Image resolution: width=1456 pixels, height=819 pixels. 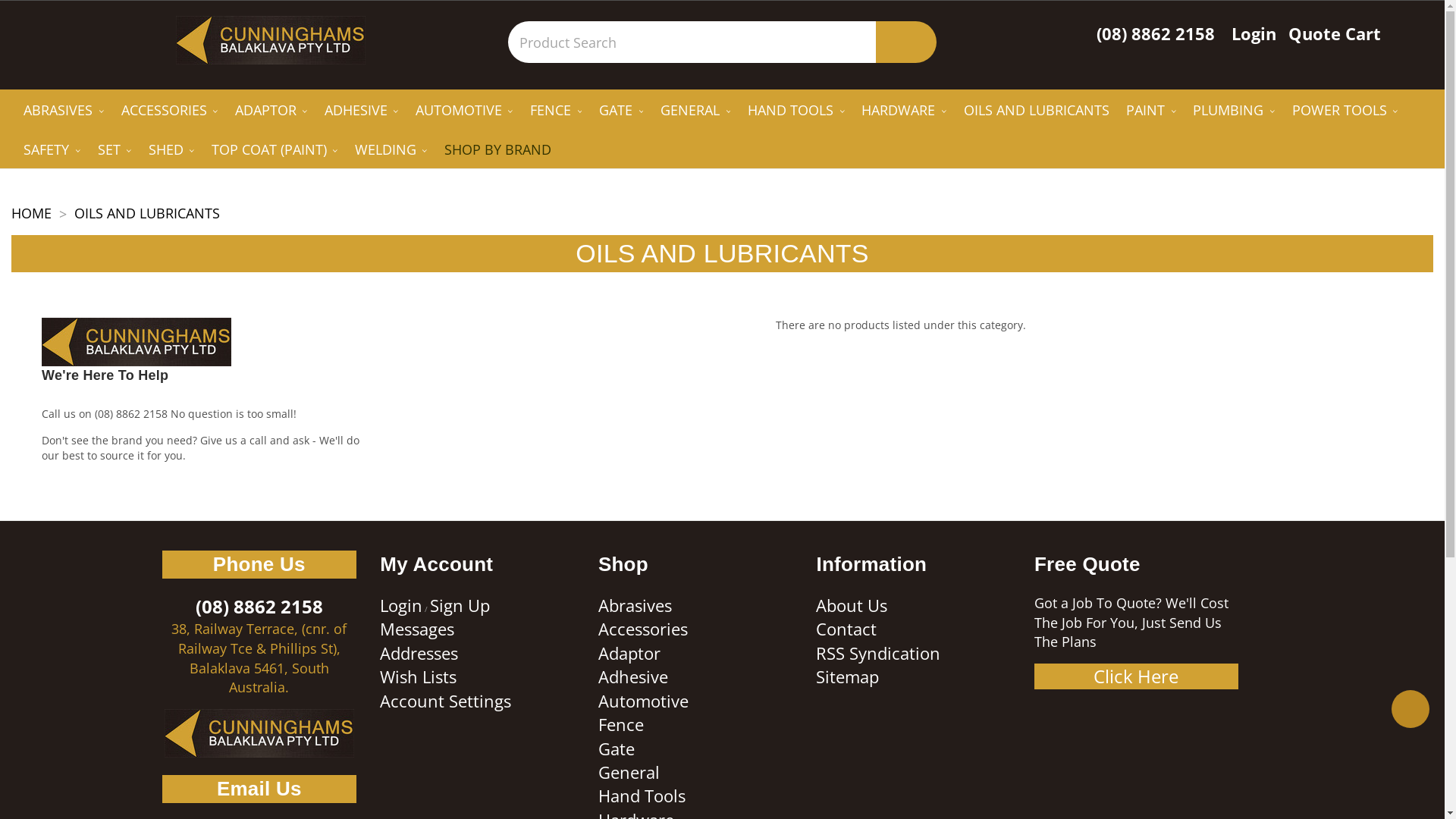 What do you see at coordinates (400, 604) in the screenshot?
I see `'Login'` at bounding box center [400, 604].